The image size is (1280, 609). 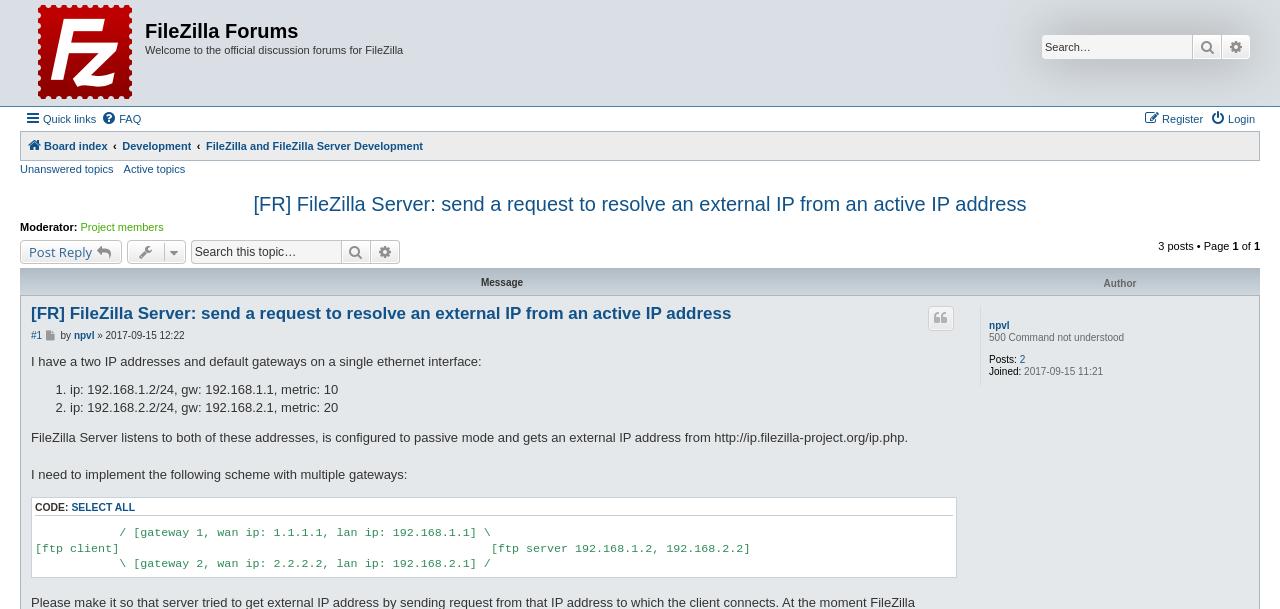 I want to click on 'I have a two IP addresses and default gateways on a single ethernet interface:', so click(x=255, y=360).